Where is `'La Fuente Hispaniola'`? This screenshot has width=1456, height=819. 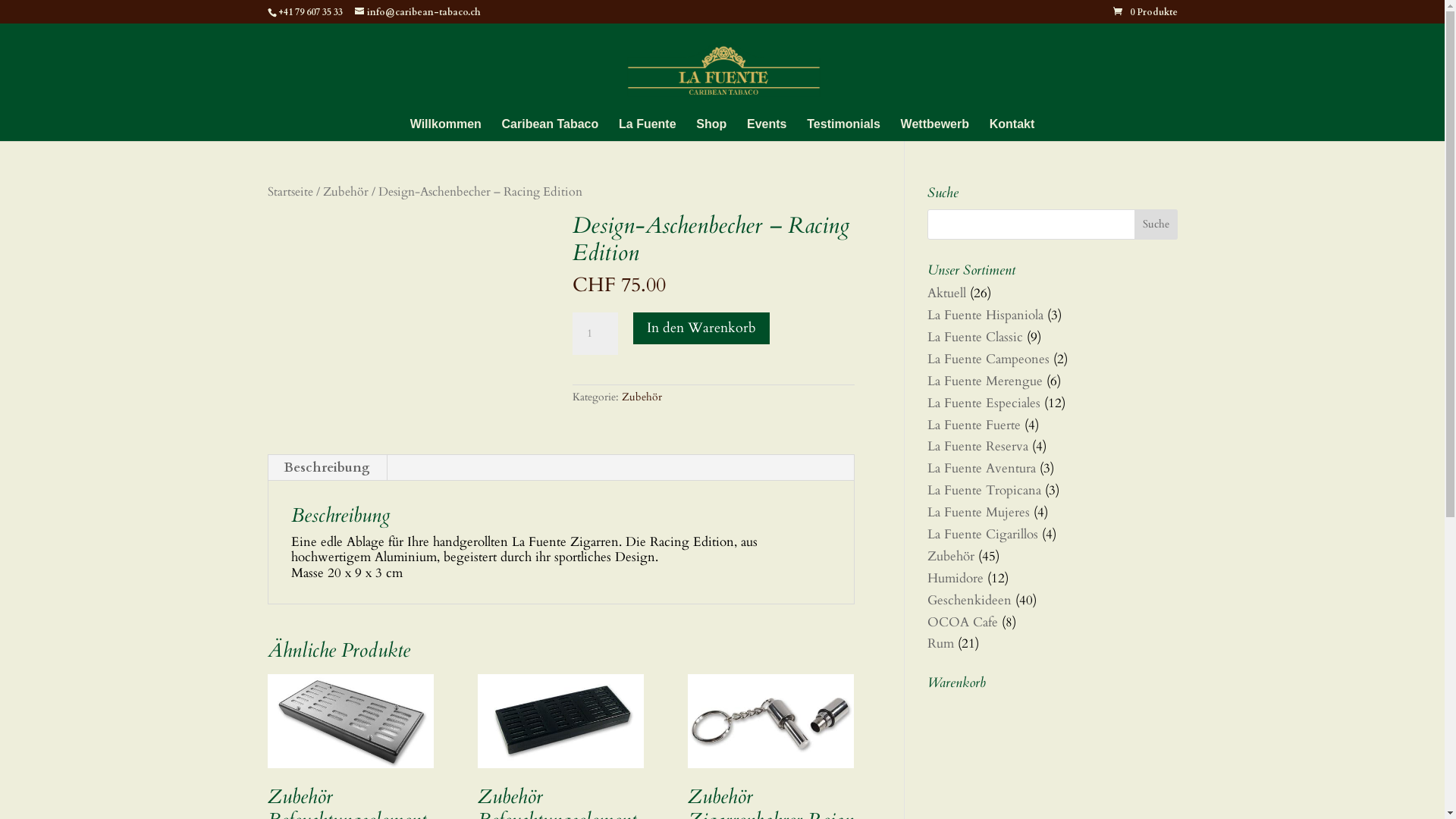 'La Fuente Hispaniola' is located at coordinates (984, 314).